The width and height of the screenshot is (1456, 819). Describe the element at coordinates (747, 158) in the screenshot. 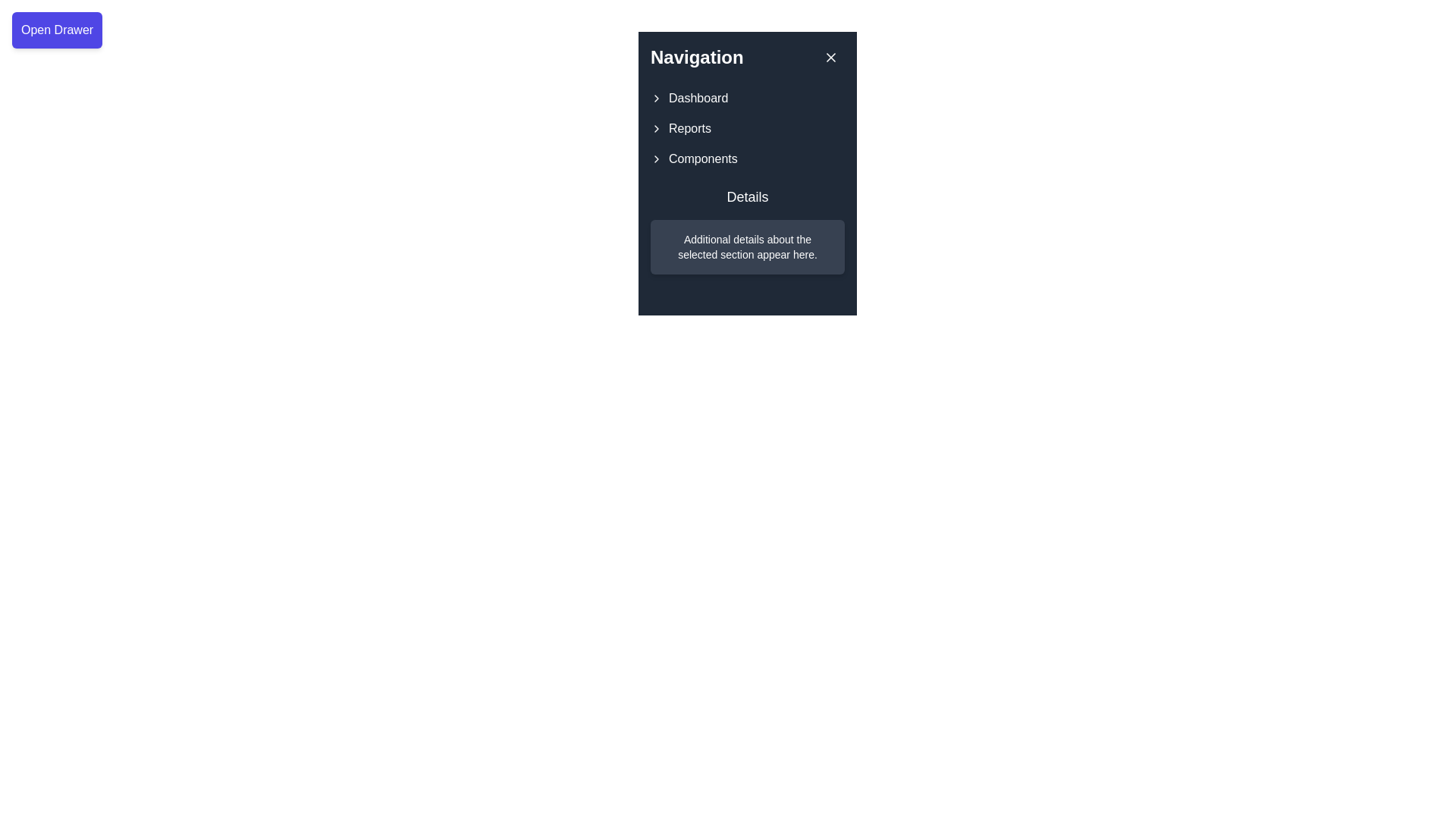

I see `the third interactive menu item in the navigation section` at that location.